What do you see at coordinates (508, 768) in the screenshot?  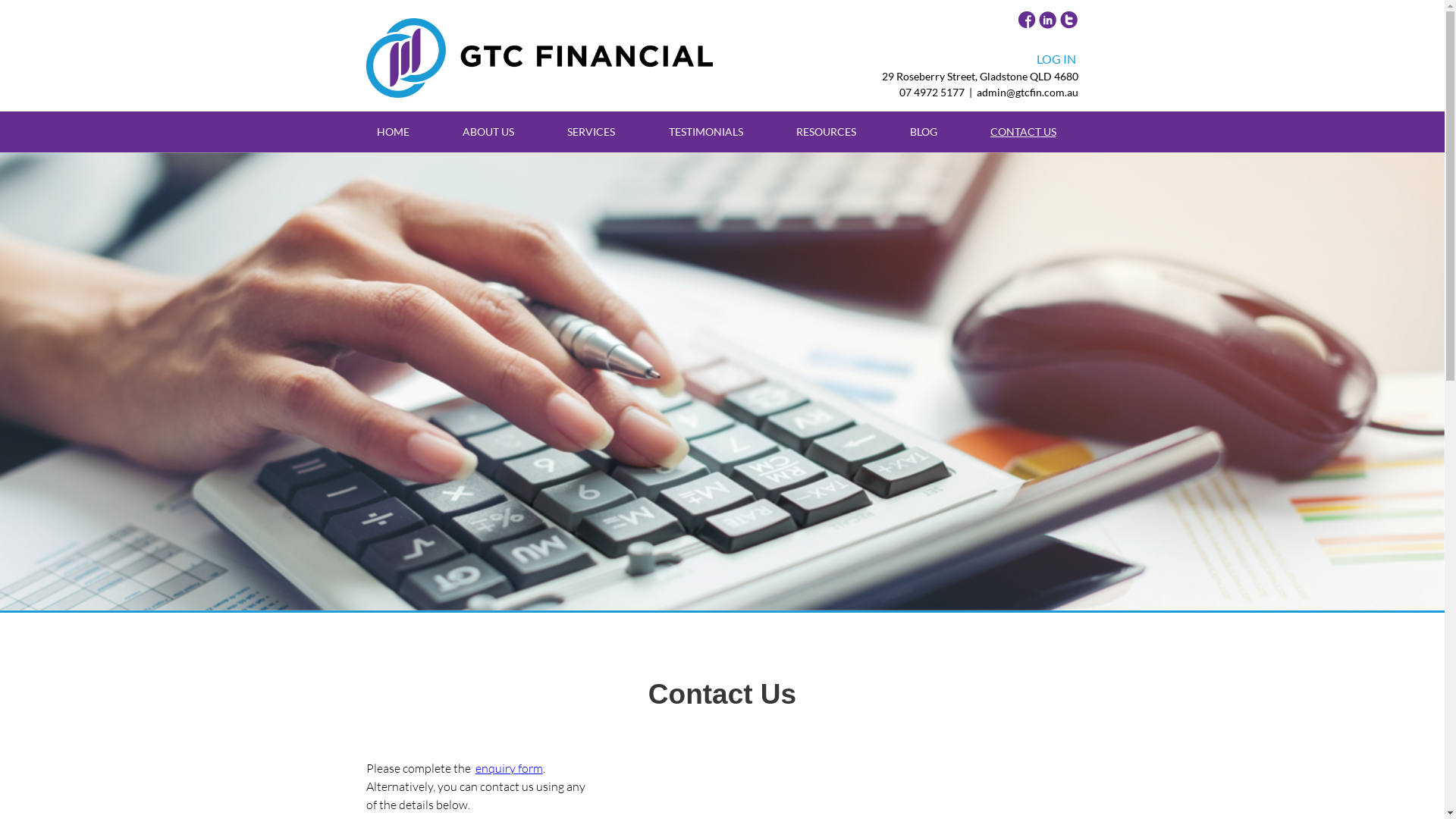 I see `'enquiry form'` at bounding box center [508, 768].